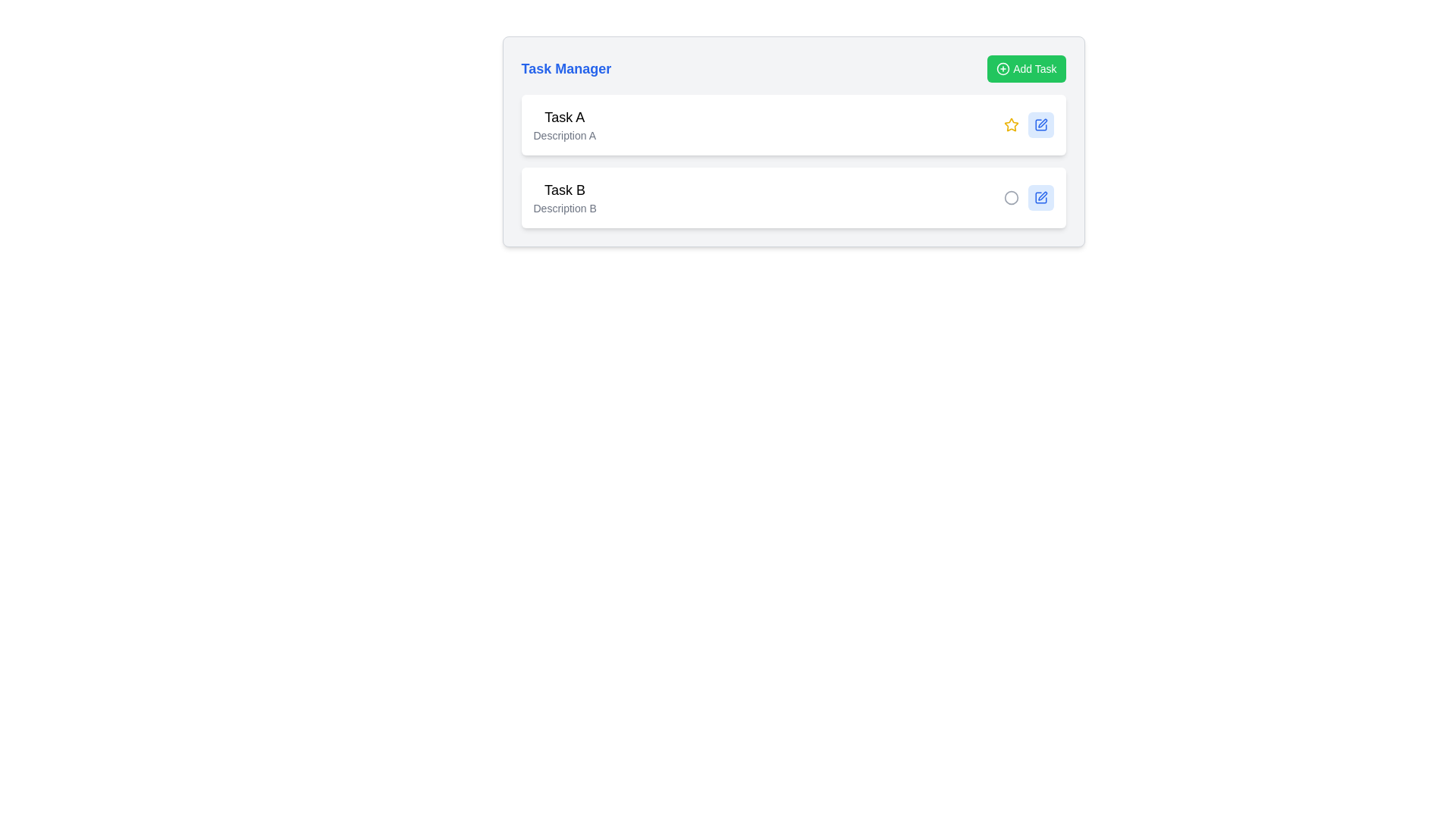 The width and height of the screenshot is (1456, 819). What do you see at coordinates (1003, 69) in the screenshot?
I see `the 'Add Task' icon located on the left side of the button in the top-right corner of the interface` at bounding box center [1003, 69].